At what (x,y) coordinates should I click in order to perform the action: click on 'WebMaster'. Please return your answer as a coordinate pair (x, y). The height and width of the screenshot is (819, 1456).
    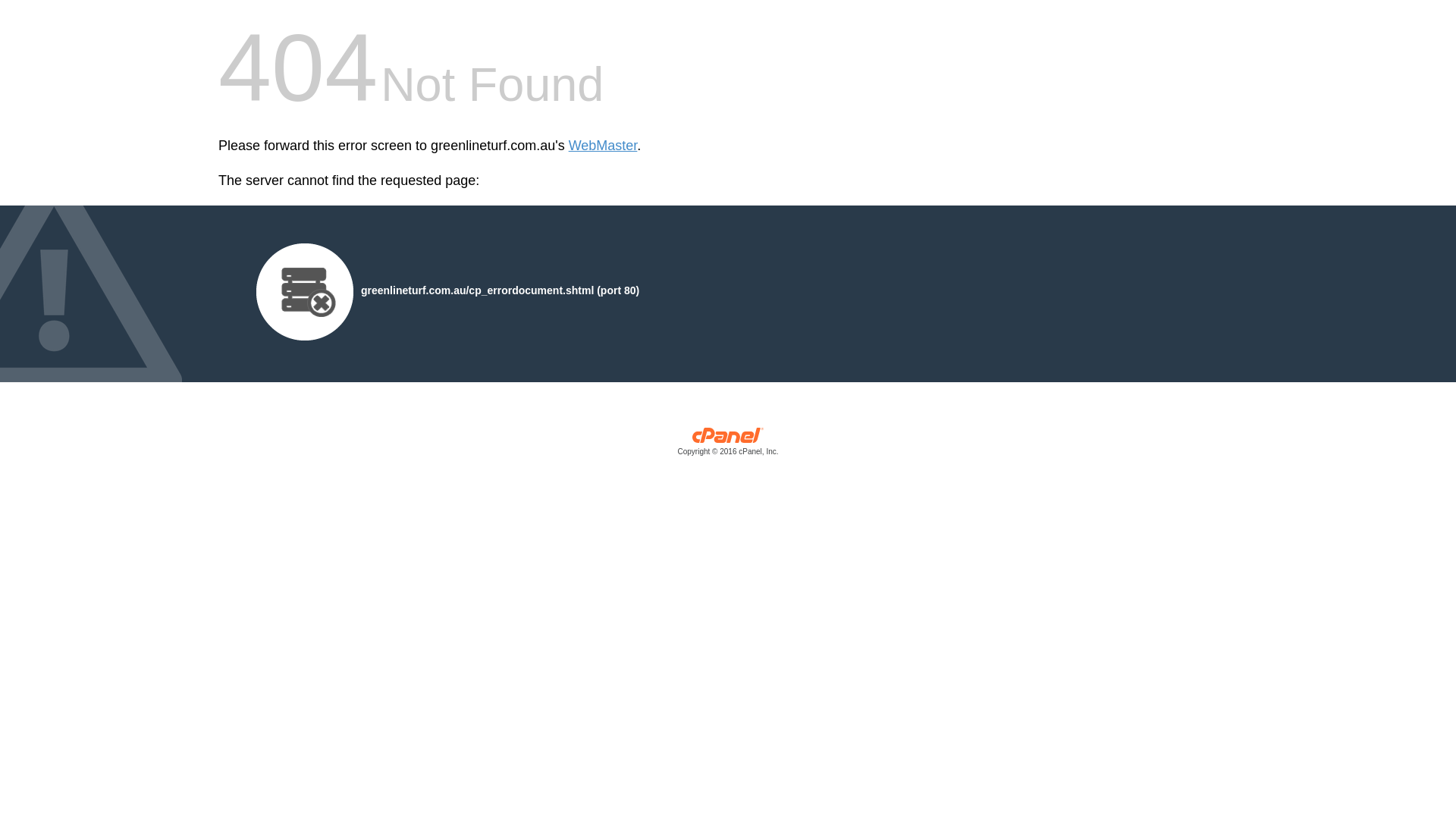
    Looking at the image, I should click on (602, 146).